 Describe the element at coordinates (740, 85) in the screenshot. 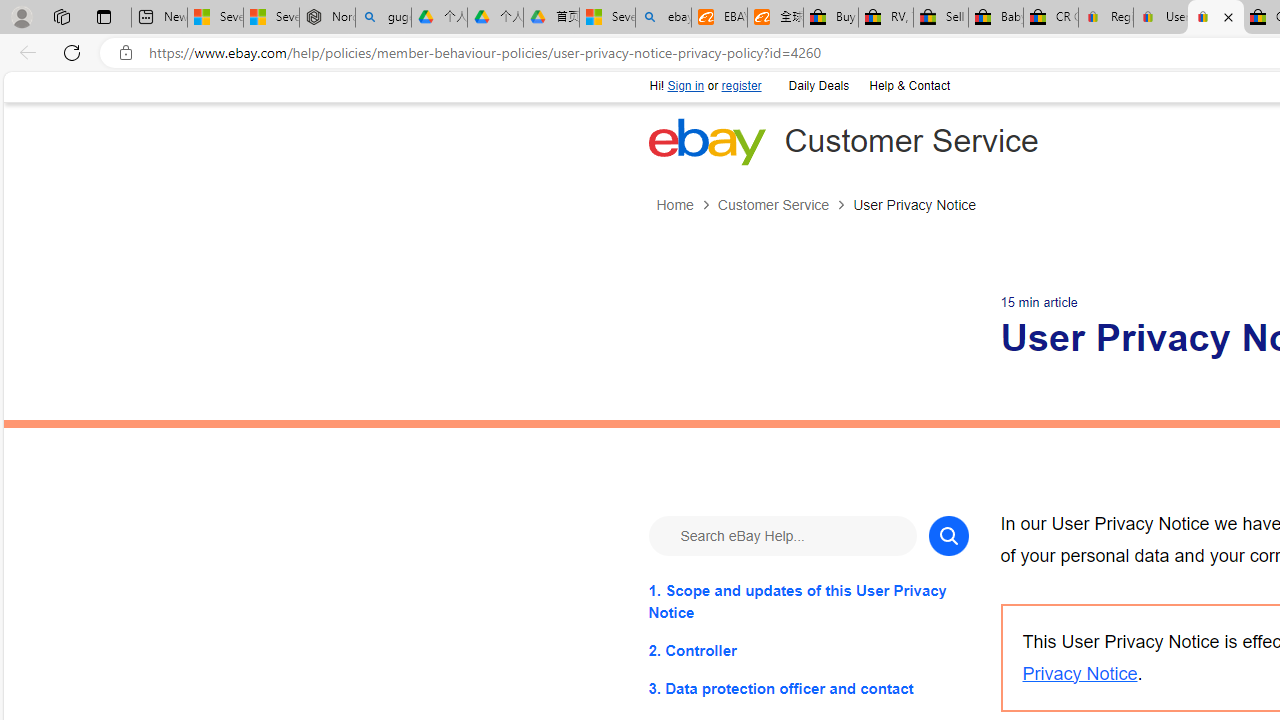

I see `'register'` at that location.